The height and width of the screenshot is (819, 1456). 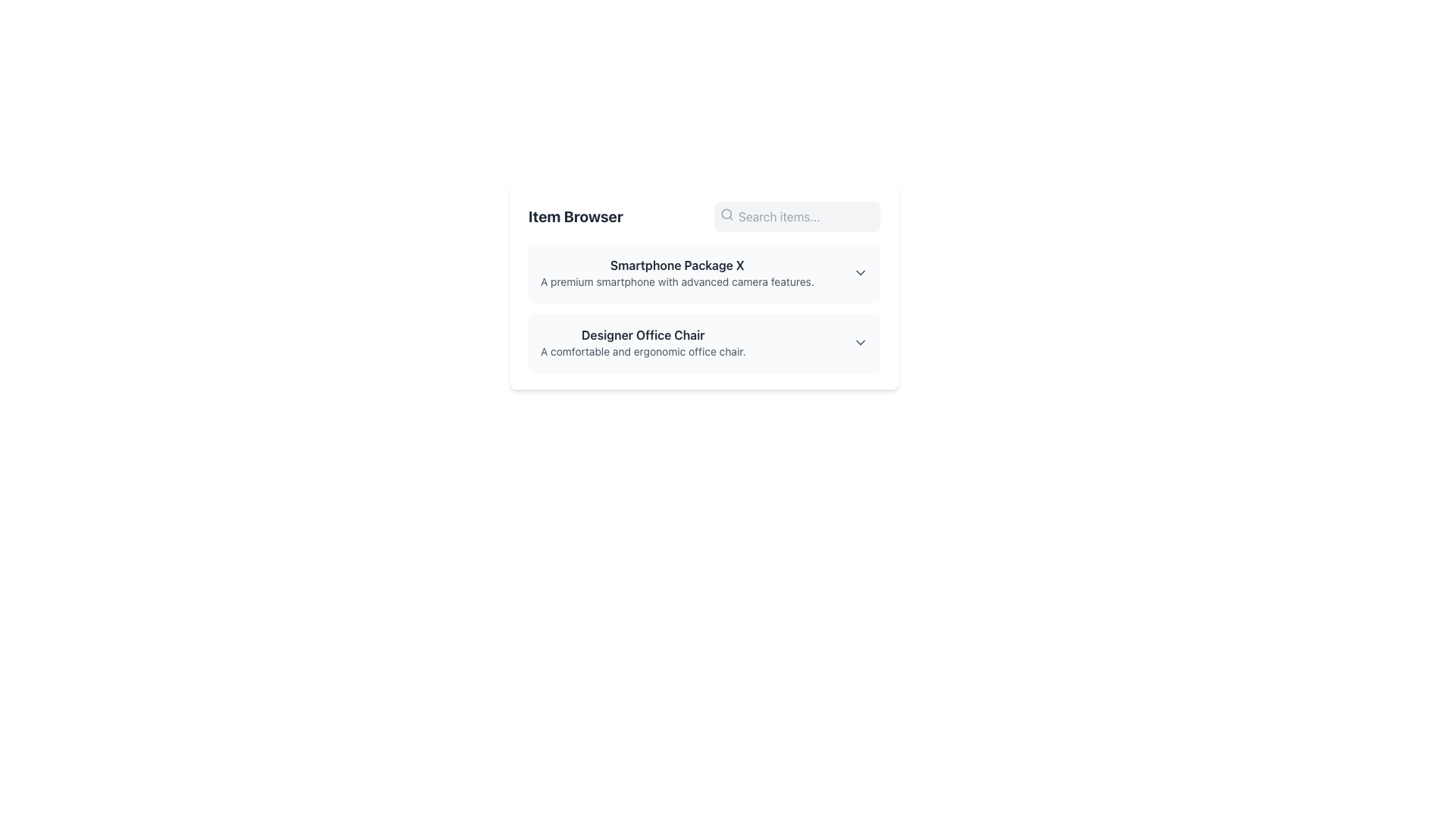 I want to click on the search icon resembling a magnifying glass, which is positioned on the left side of the search input field, so click(x=726, y=214).